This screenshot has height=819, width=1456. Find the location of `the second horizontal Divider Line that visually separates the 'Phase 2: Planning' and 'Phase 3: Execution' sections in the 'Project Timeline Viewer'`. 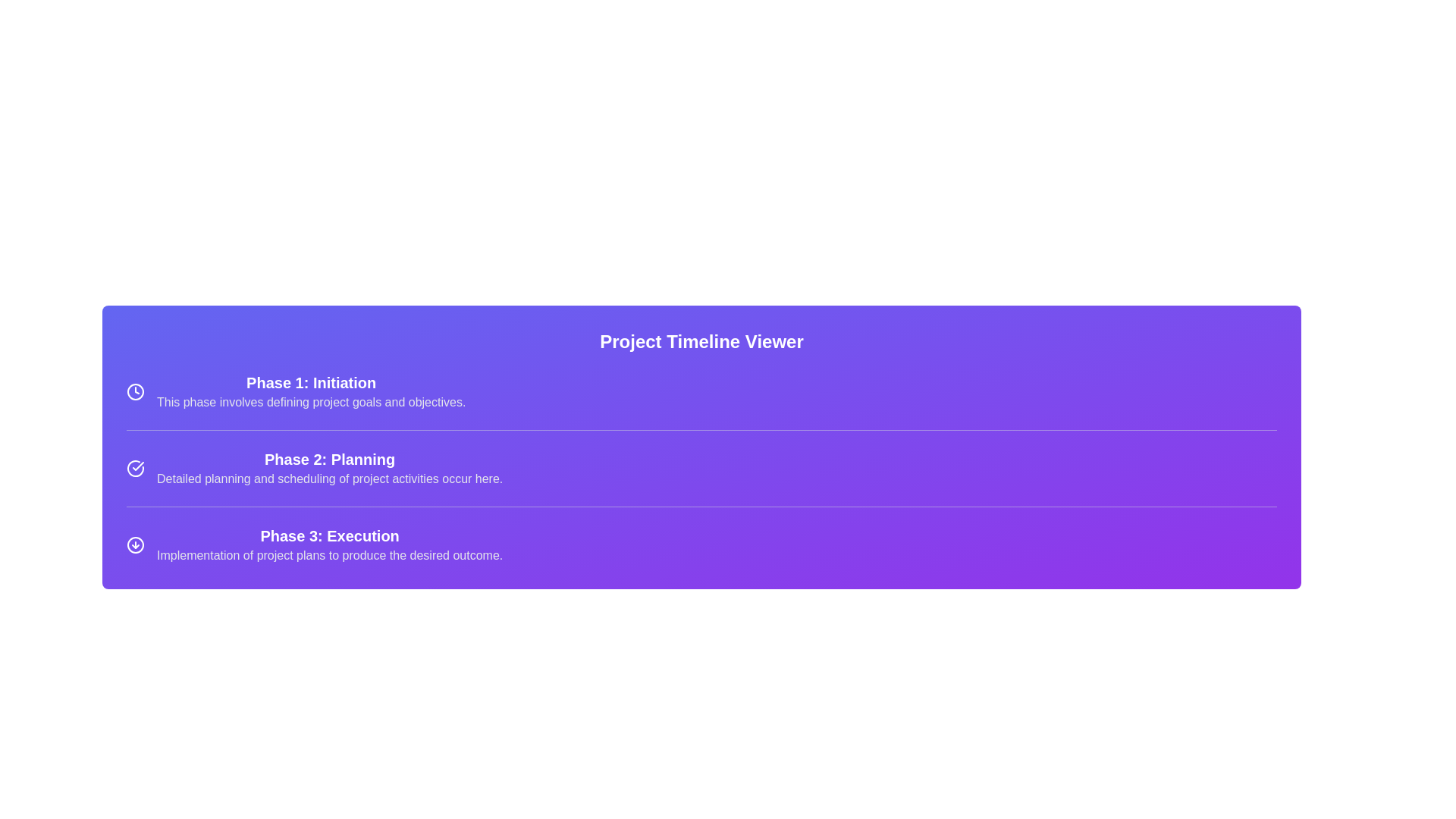

the second horizontal Divider Line that visually separates the 'Phase 2: Planning' and 'Phase 3: Execution' sections in the 'Project Timeline Viewer' is located at coordinates (701, 507).